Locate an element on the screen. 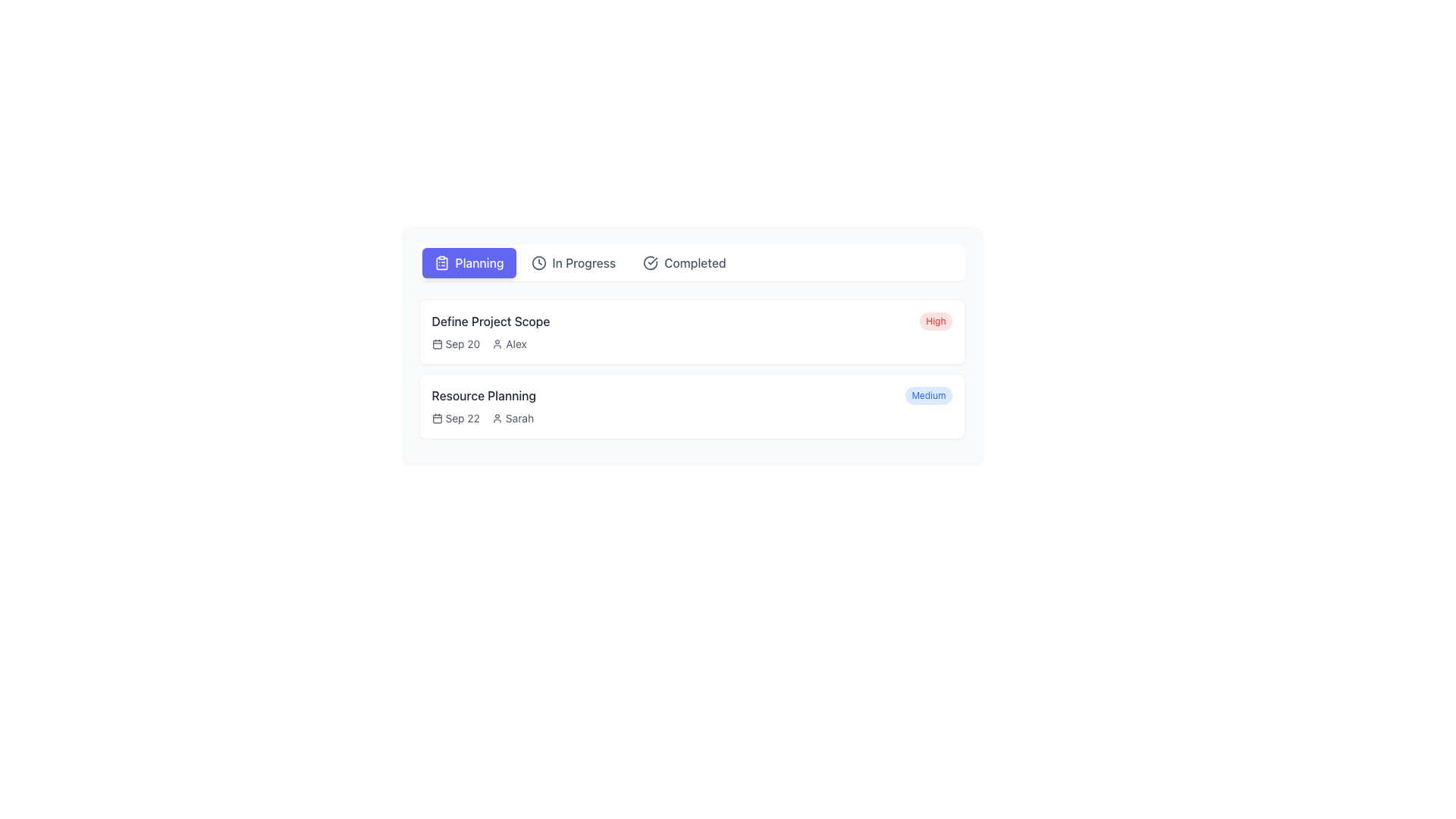 The image size is (1456, 819). the rectangular button with a violet background and white text that displays 'Planning', which features a clipboard icon to the left of the text is located at coordinates (468, 262).